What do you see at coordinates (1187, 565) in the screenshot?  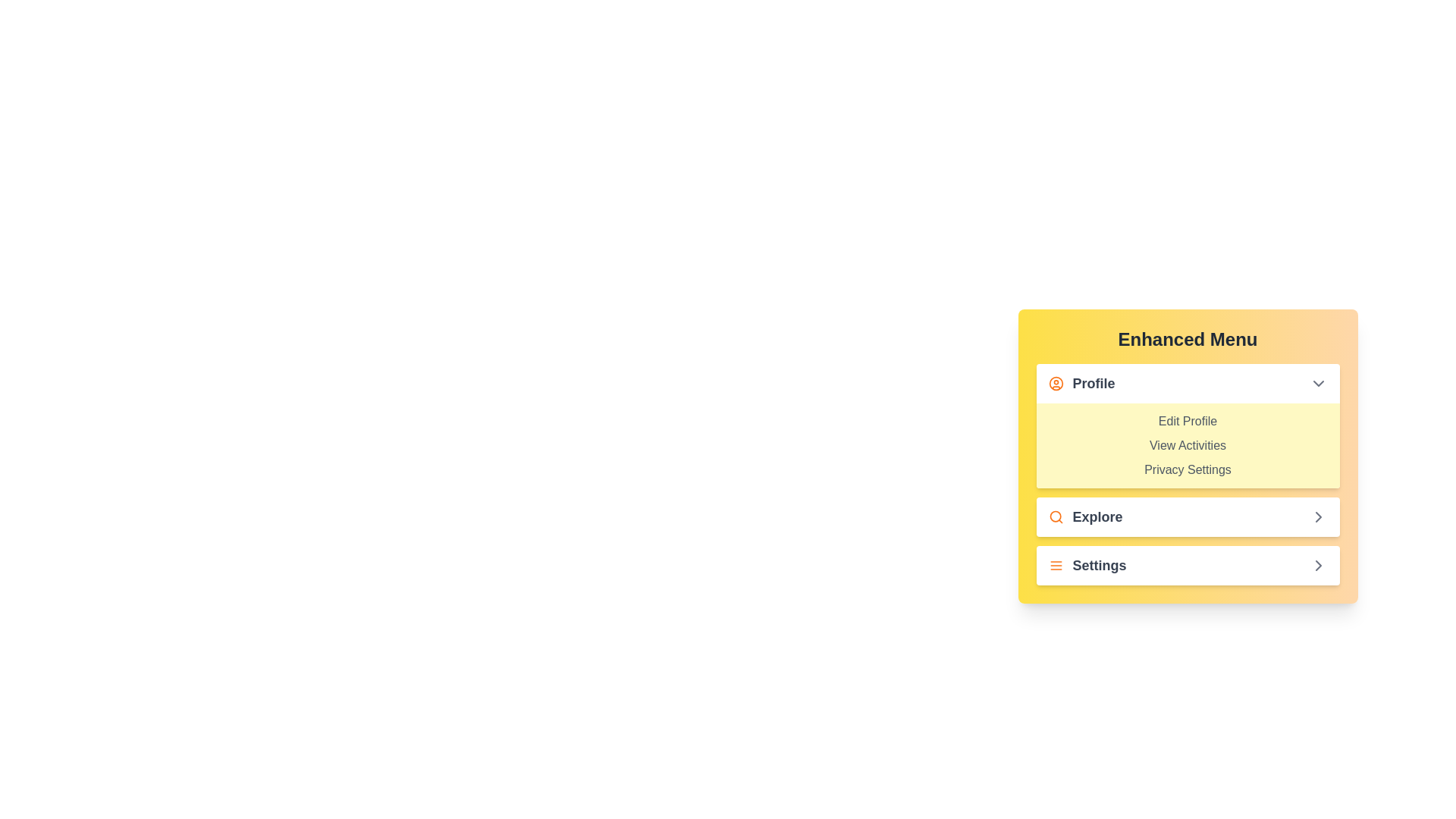 I see `the 'Settings' button-like list item with a white background and rounded corners, located within the 'Enhanced Menu' section` at bounding box center [1187, 565].